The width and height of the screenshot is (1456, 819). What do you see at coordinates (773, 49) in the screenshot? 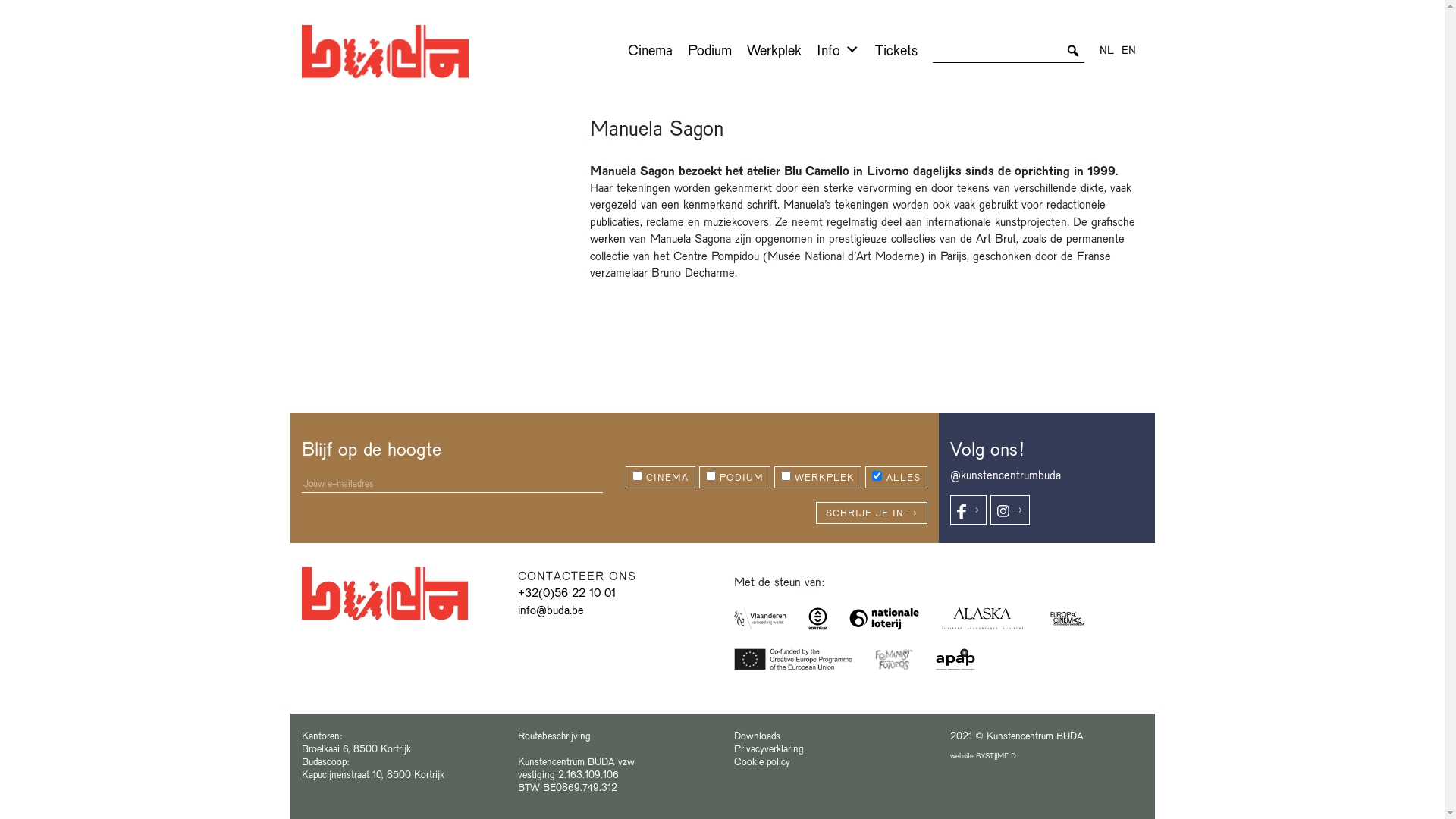
I see `'Werkplek'` at bounding box center [773, 49].